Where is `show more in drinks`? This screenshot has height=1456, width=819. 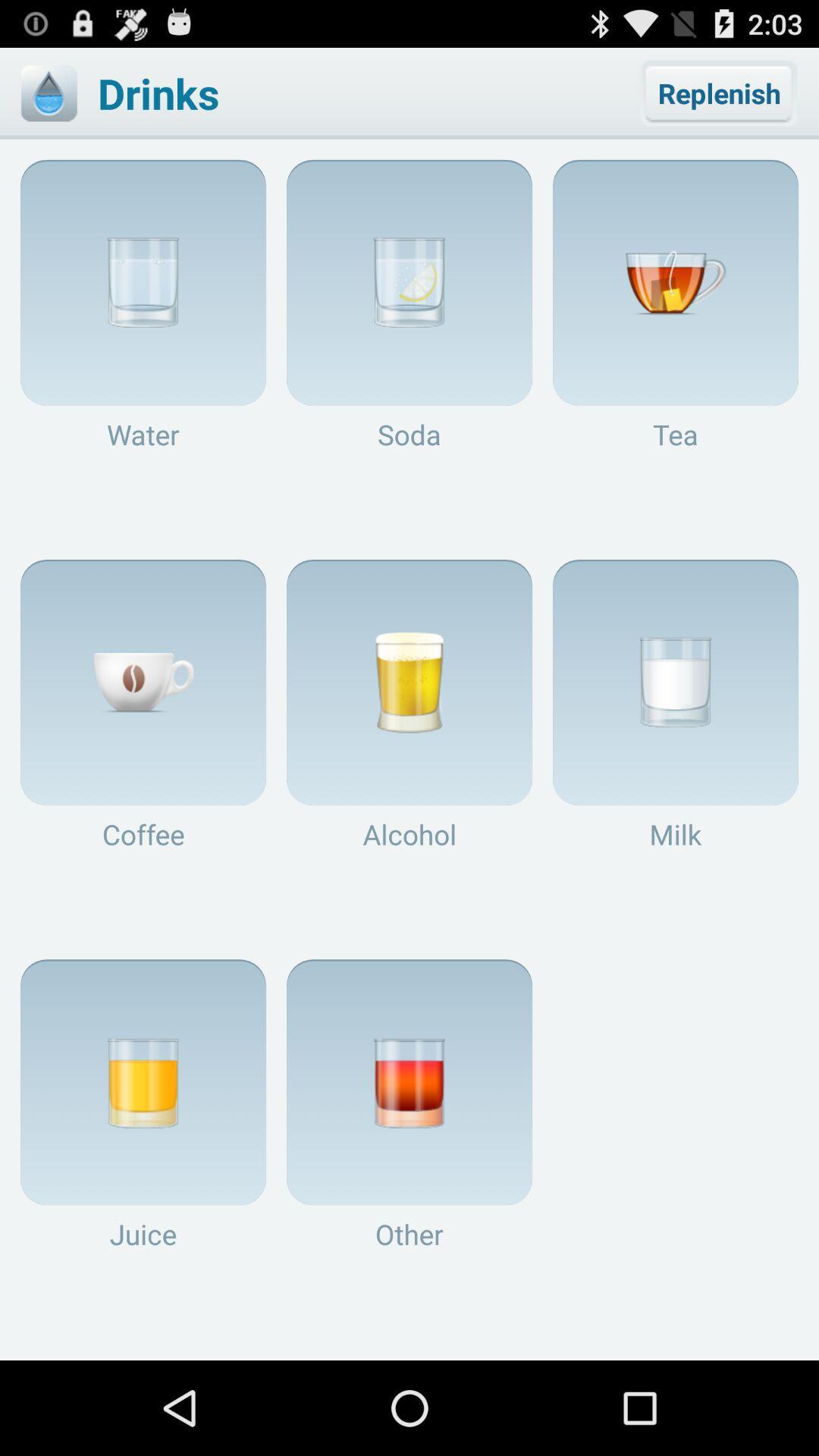
show more in drinks is located at coordinates (48, 93).